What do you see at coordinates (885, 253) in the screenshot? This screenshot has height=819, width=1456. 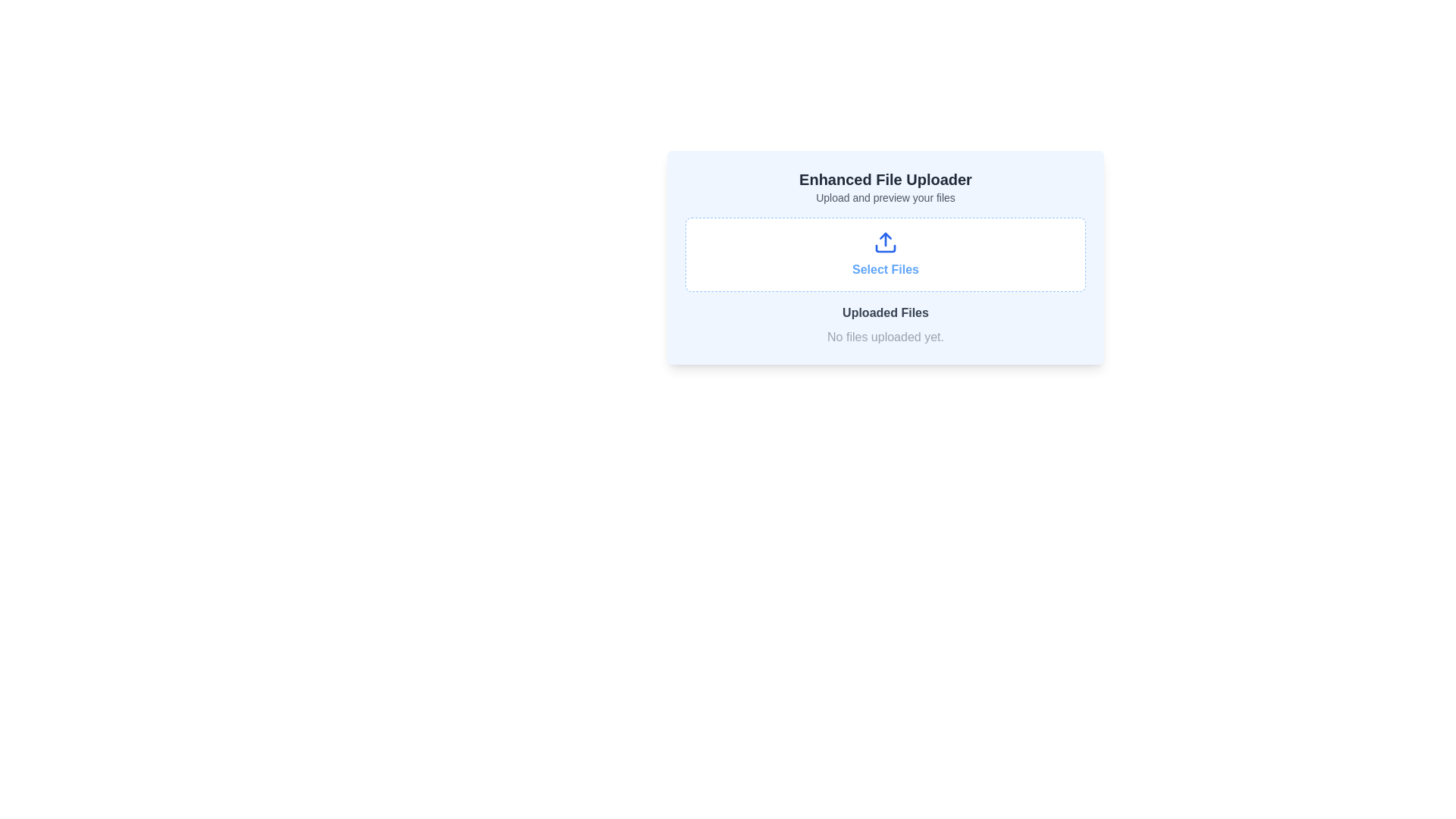 I see `the button used for selecting files for upload` at bounding box center [885, 253].